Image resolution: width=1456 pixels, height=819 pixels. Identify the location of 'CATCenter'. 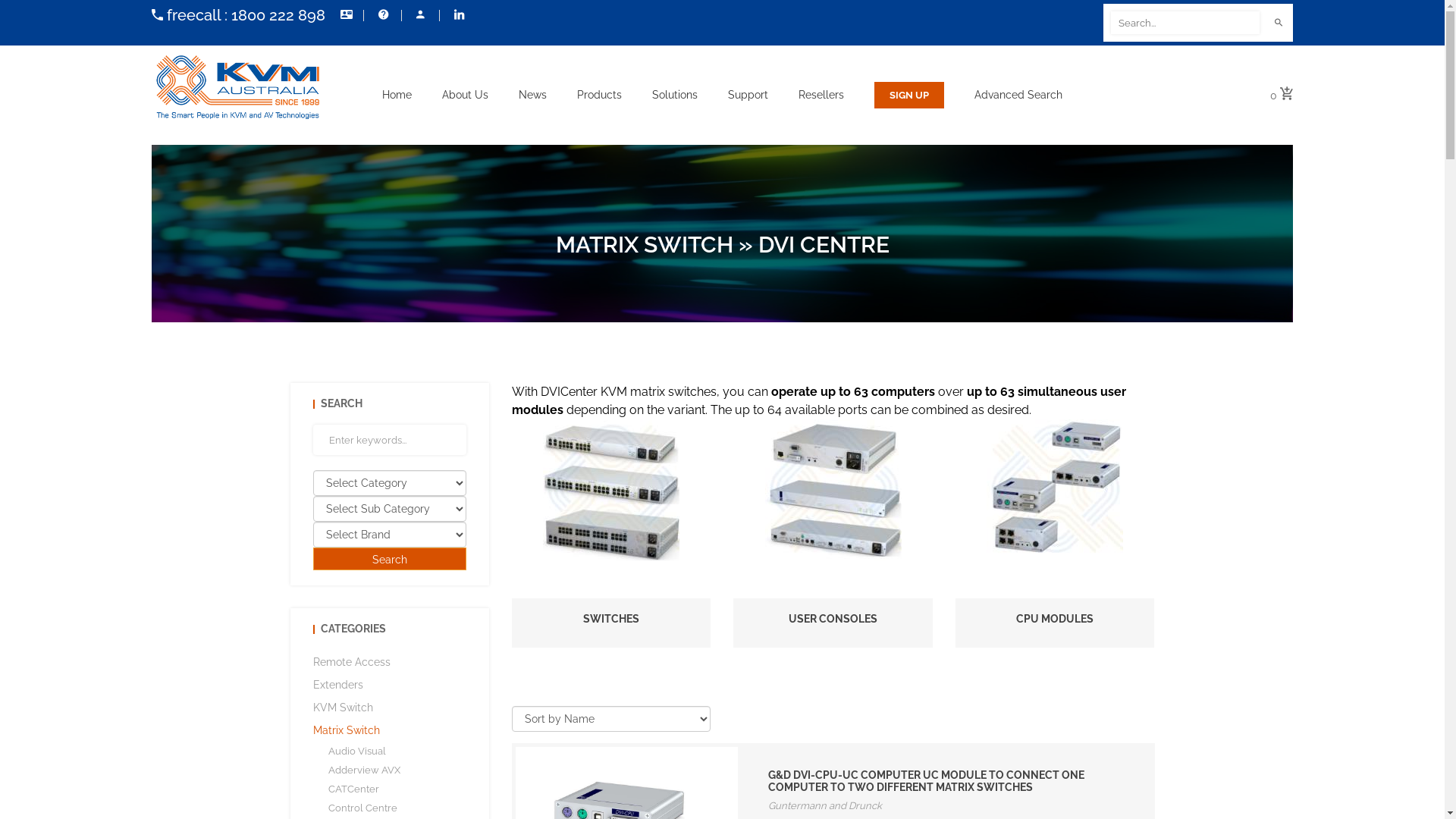
(352, 788).